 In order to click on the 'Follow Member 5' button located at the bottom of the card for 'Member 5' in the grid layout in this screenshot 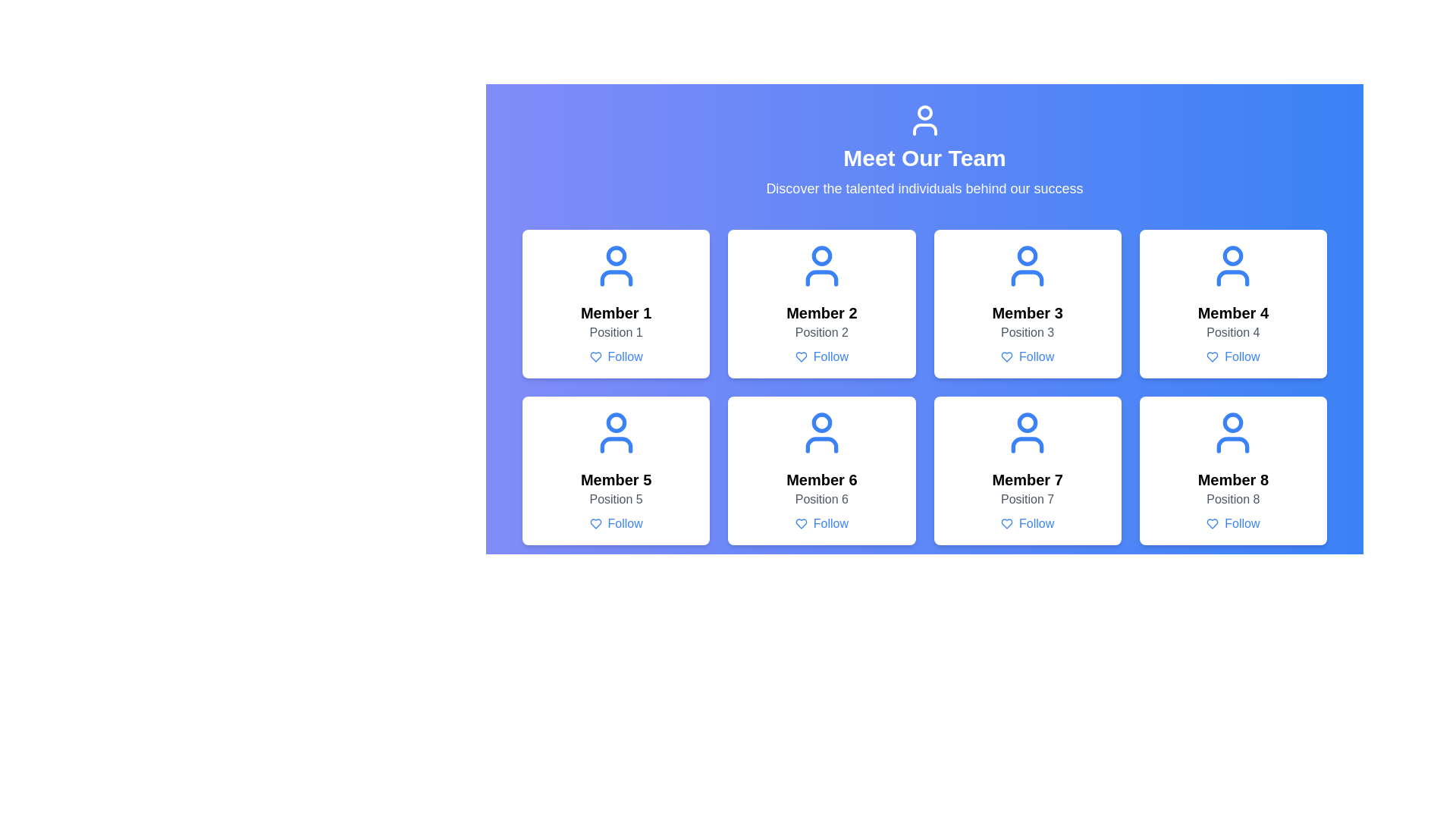, I will do `click(616, 522)`.